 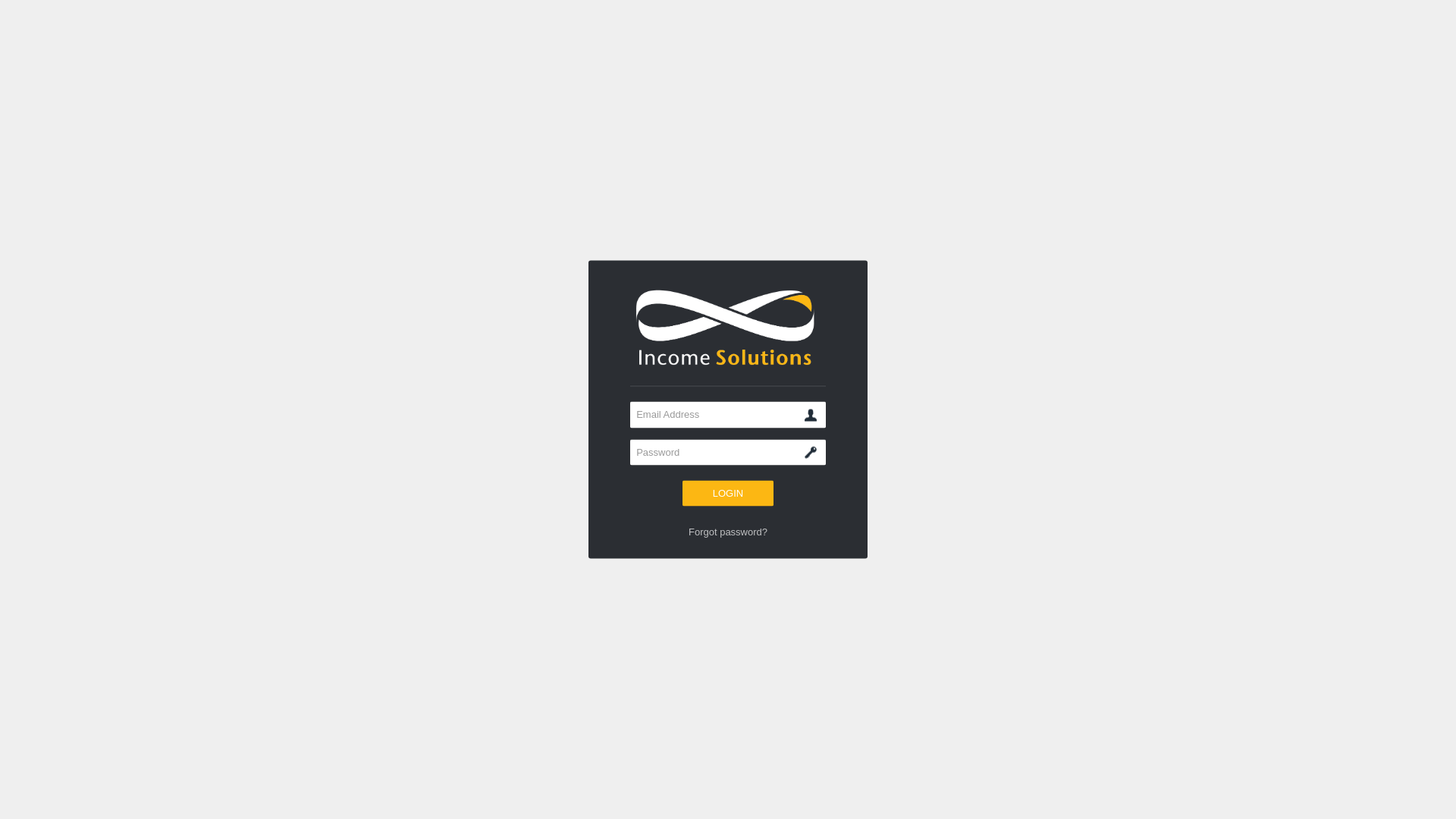 I want to click on 'Incomesolutions', so click(x=728, y=326).